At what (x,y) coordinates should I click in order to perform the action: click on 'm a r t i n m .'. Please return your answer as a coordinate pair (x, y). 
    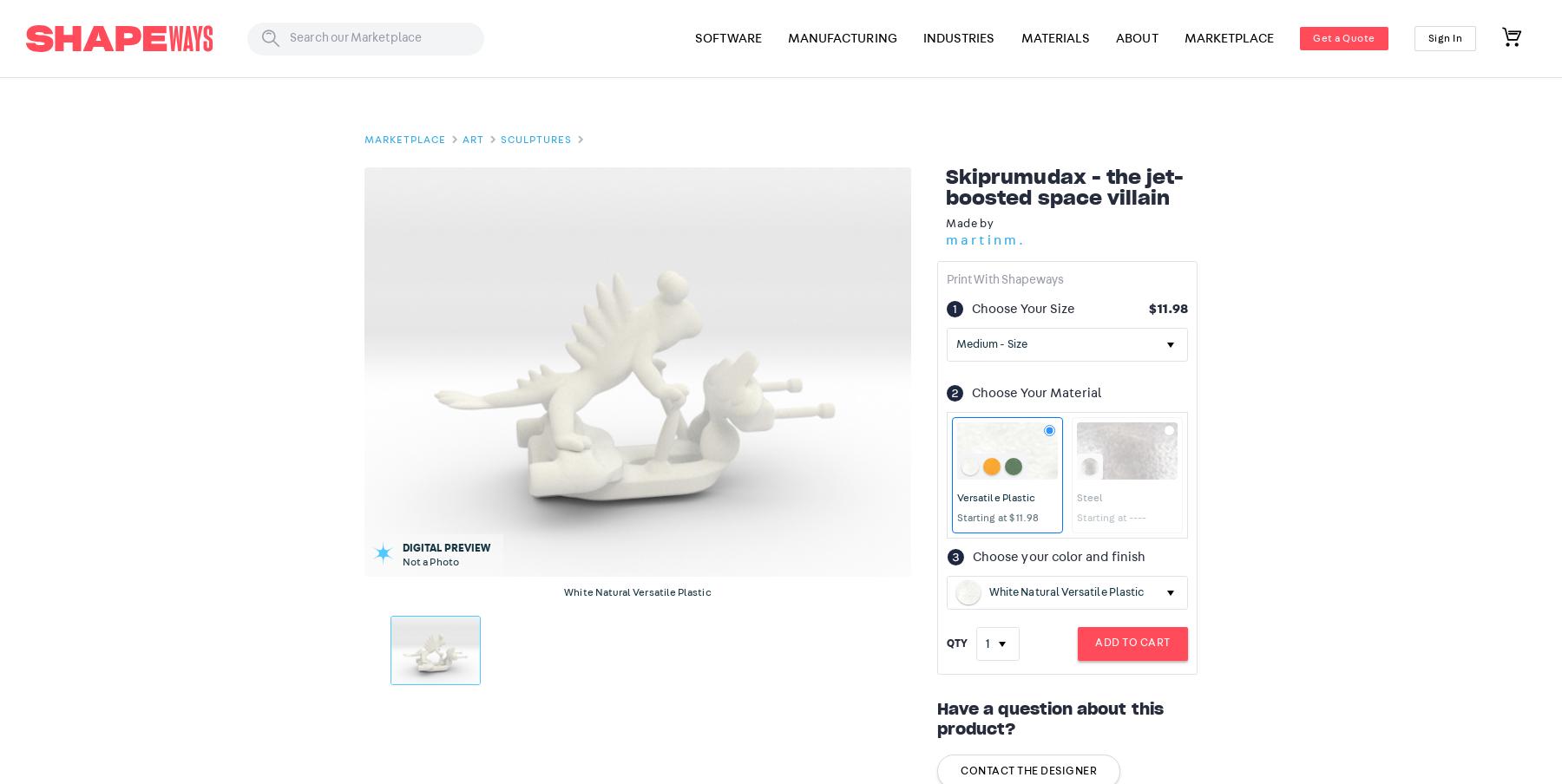
    Looking at the image, I should click on (983, 238).